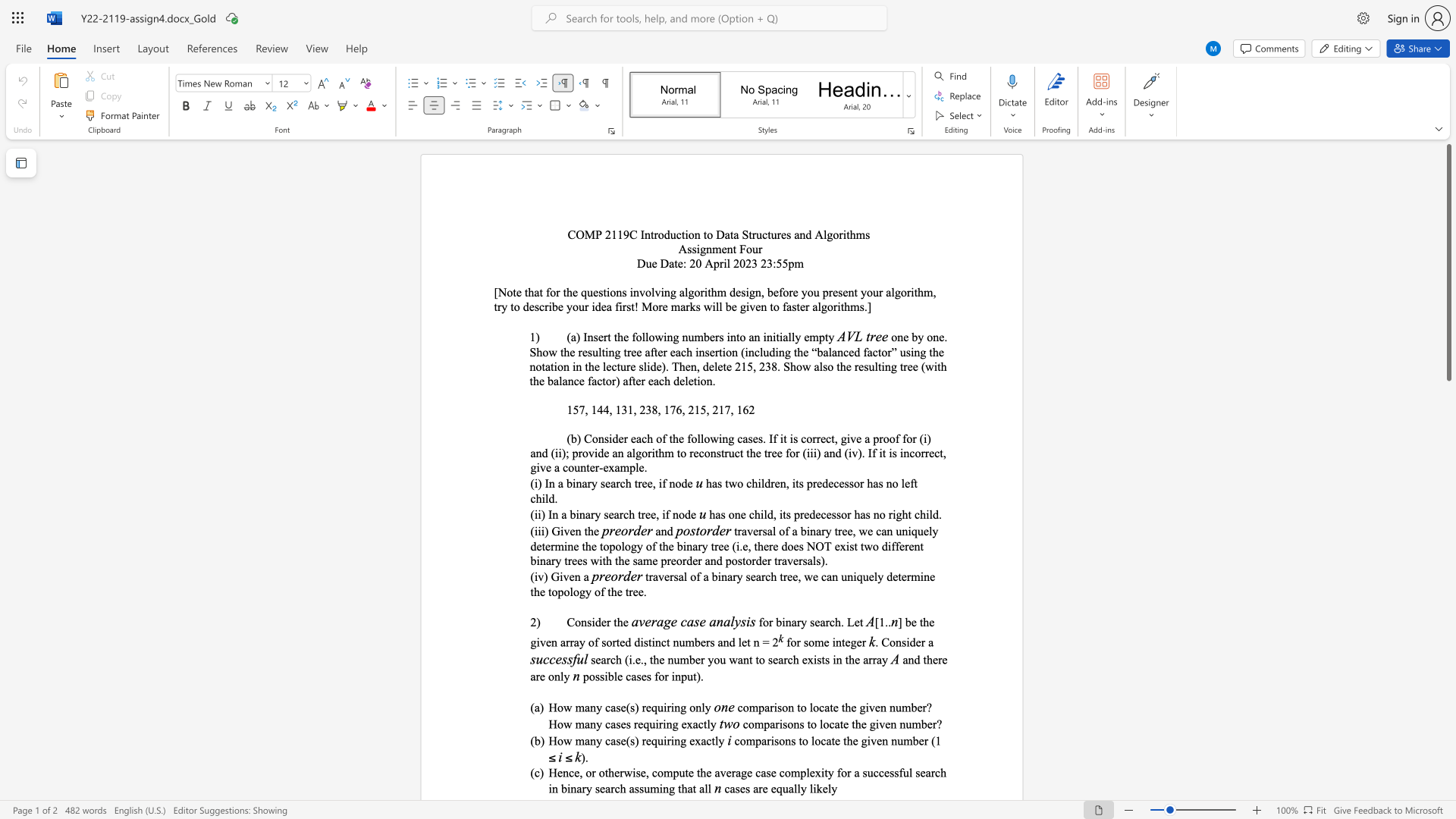 The image size is (1456, 819). What do you see at coordinates (1448, 485) in the screenshot?
I see `the side scrollbar to bring the page down` at bounding box center [1448, 485].